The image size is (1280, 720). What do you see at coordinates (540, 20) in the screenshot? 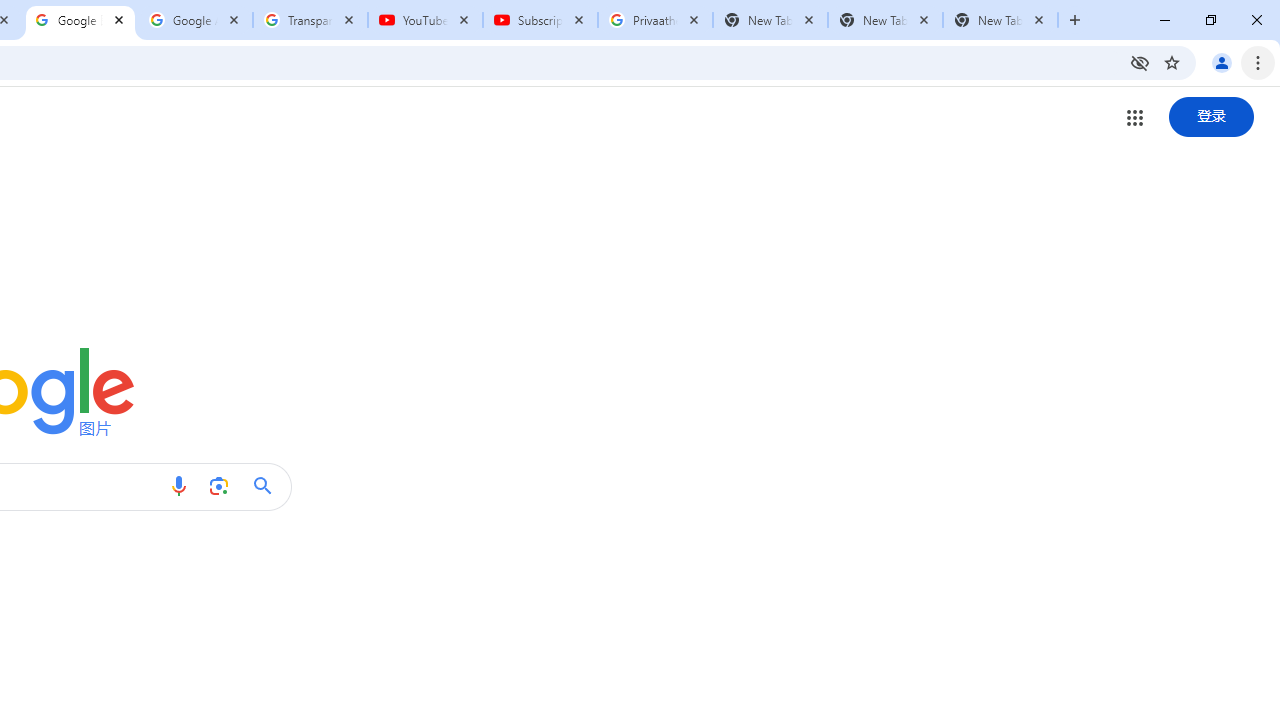
I see `'Subscriptions - YouTube'` at bounding box center [540, 20].